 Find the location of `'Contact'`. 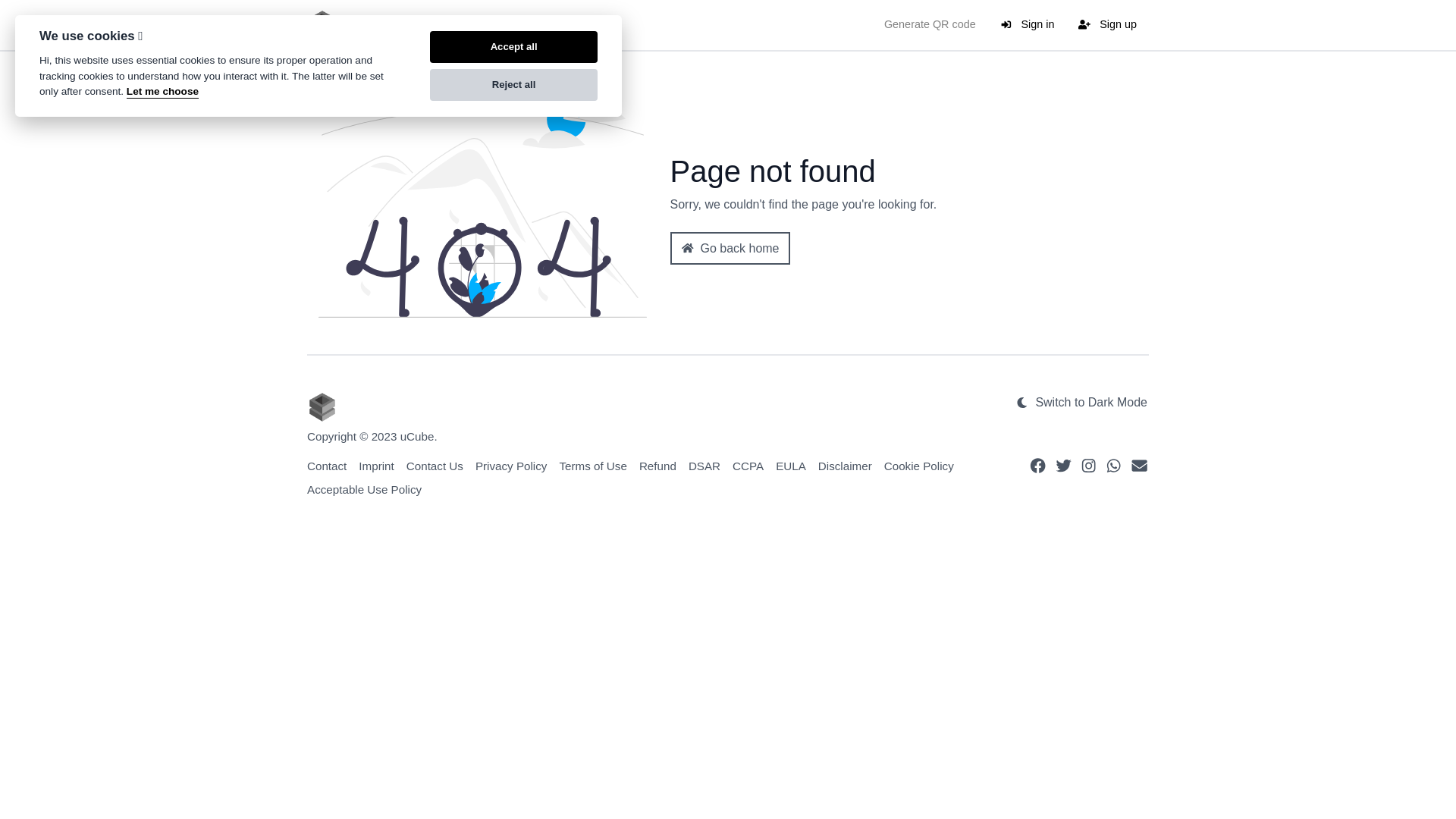

'Contact' is located at coordinates (306, 465).